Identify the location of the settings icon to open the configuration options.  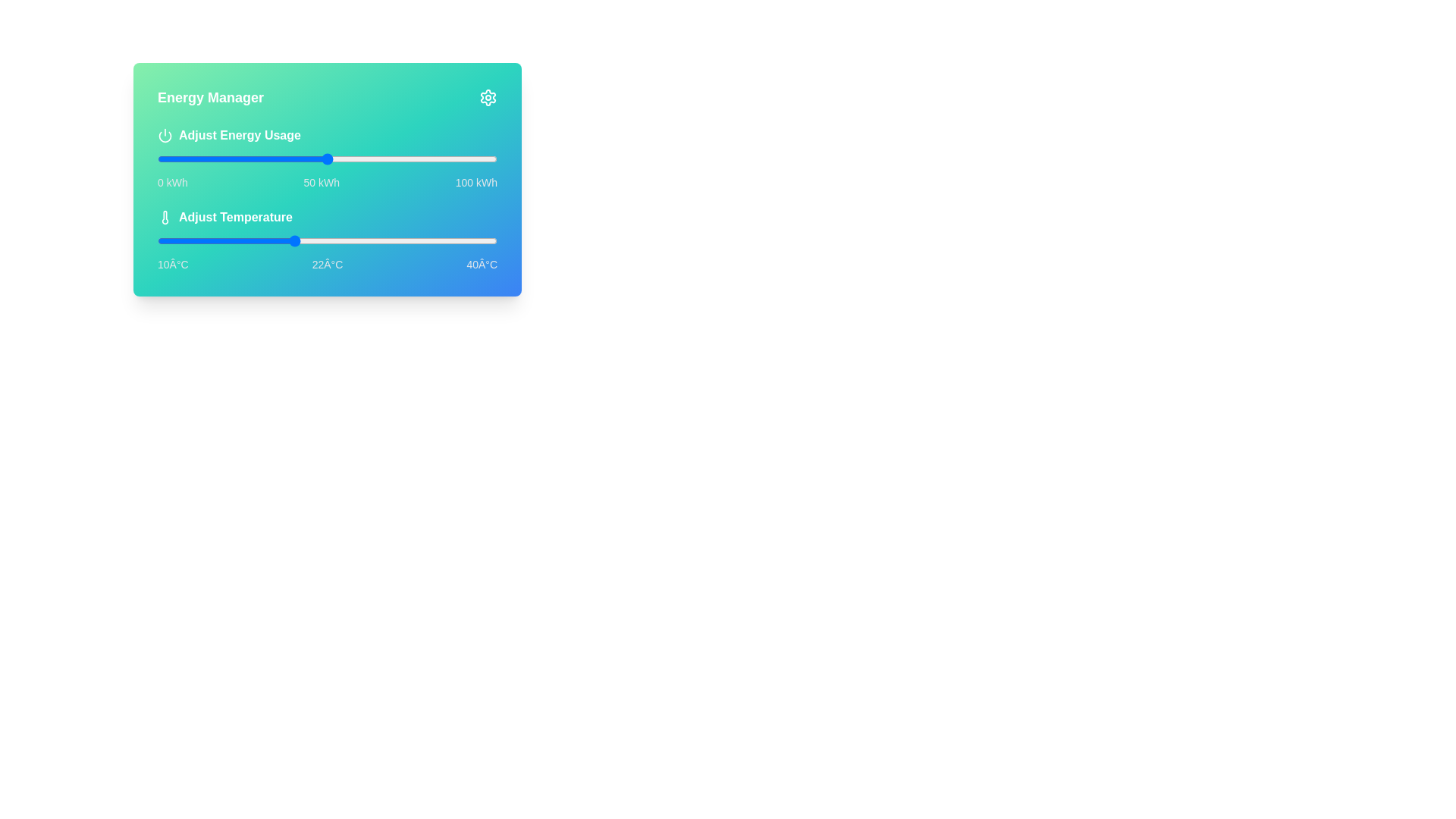
(488, 97).